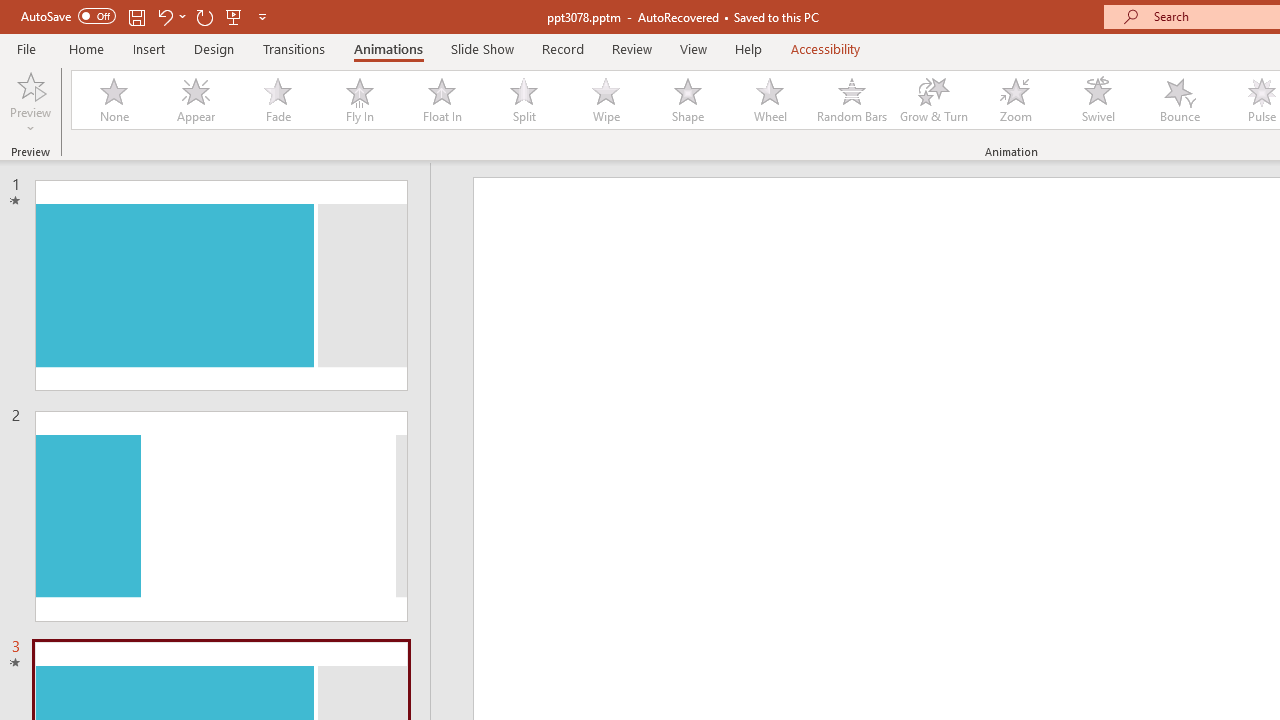 Image resolution: width=1280 pixels, height=720 pixels. Describe the element at coordinates (933, 100) in the screenshot. I see `'Grow & Turn'` at that location.